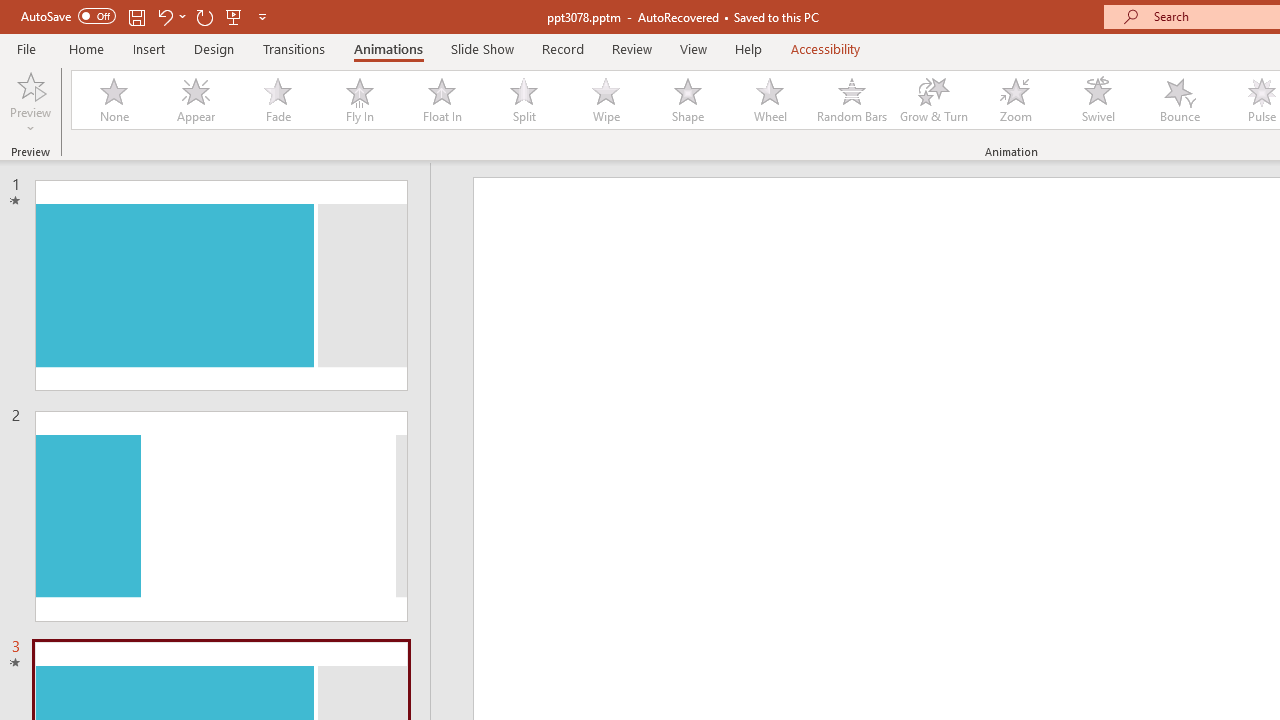 Image resolution: width=1280 pixels, height=720 pixels. Describe the element at coordinates (933, 100) in the screenshot. I see `'Grow & Turn'` at that location.